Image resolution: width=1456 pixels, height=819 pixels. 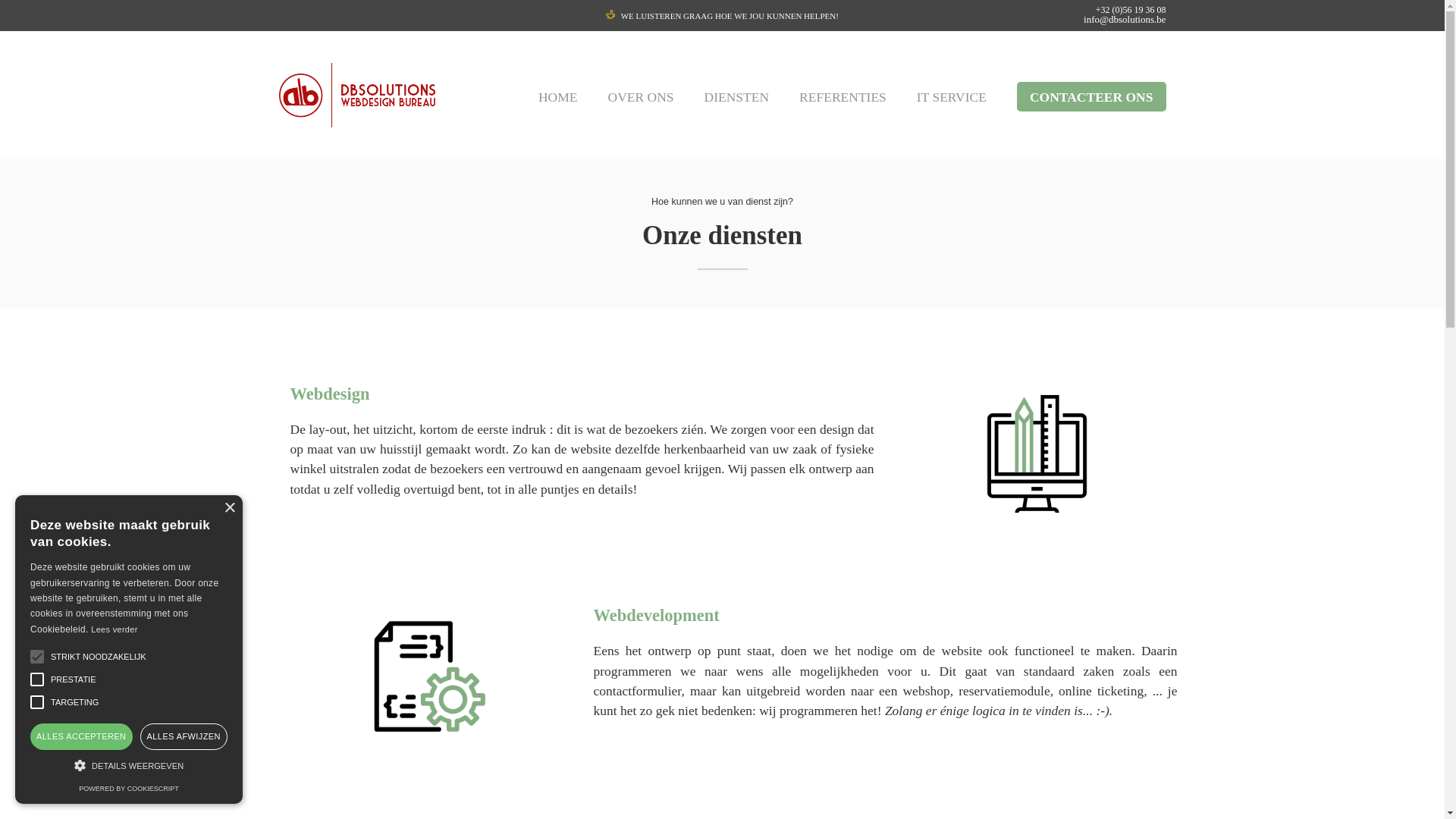 I want to click on 'POWERED BY COOKIESCRIPT', so click(x=128, y=788).